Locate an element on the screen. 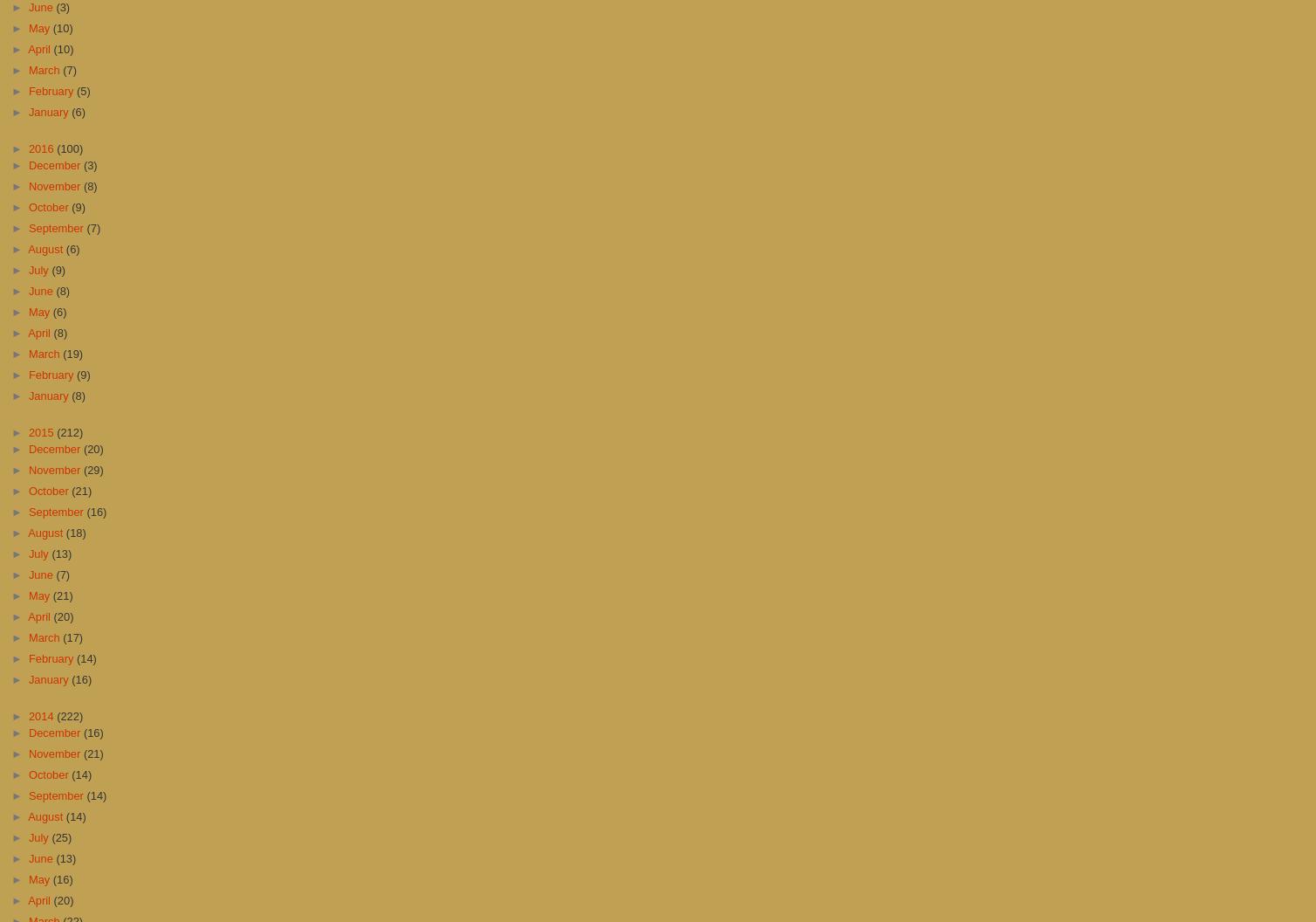 The image size is (1316, 922). '(212)' is located at coordinates (70, 430).